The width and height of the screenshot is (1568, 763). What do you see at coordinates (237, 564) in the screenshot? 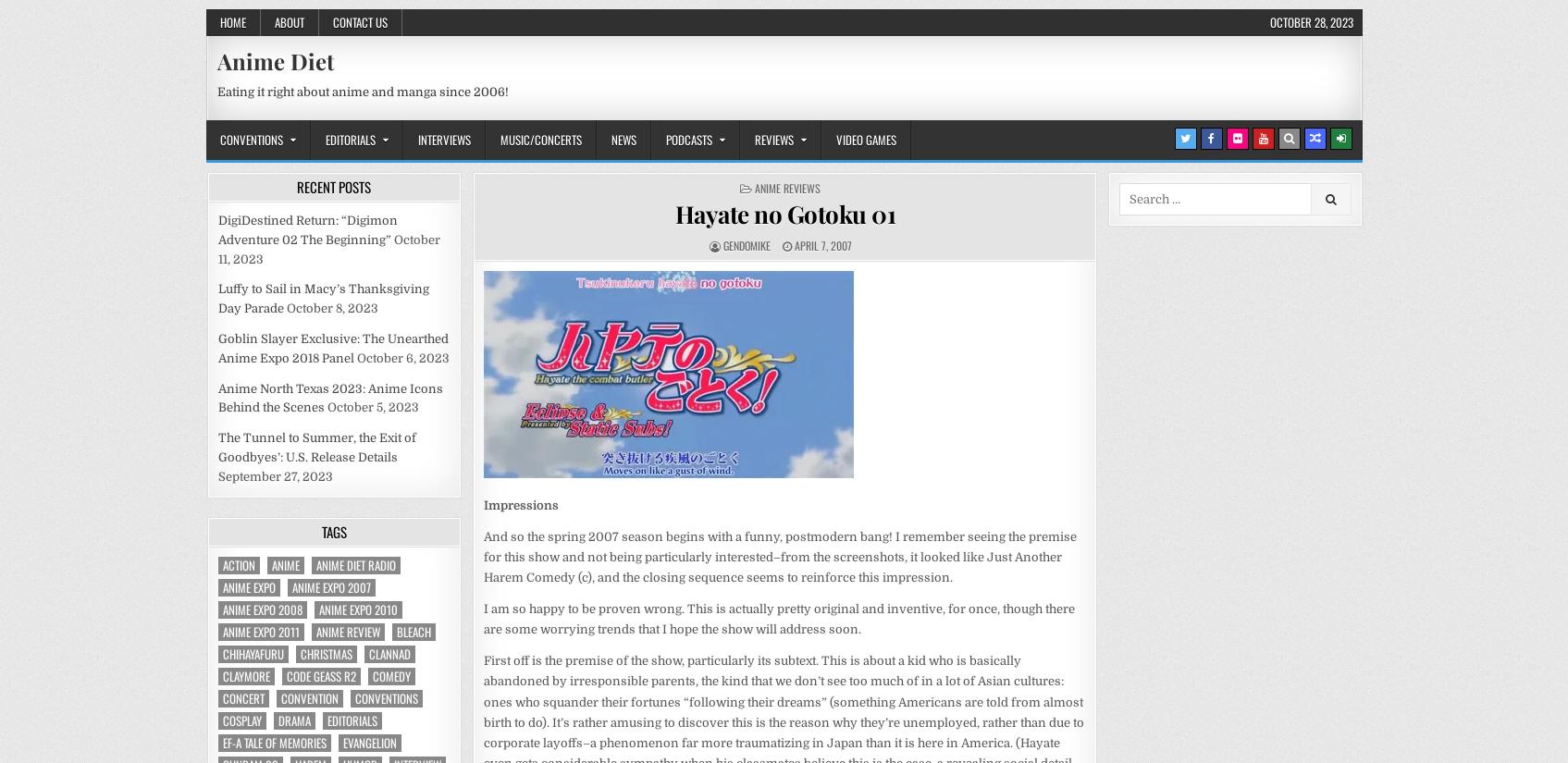
I see `'action'` at bounding box center [237, 564].